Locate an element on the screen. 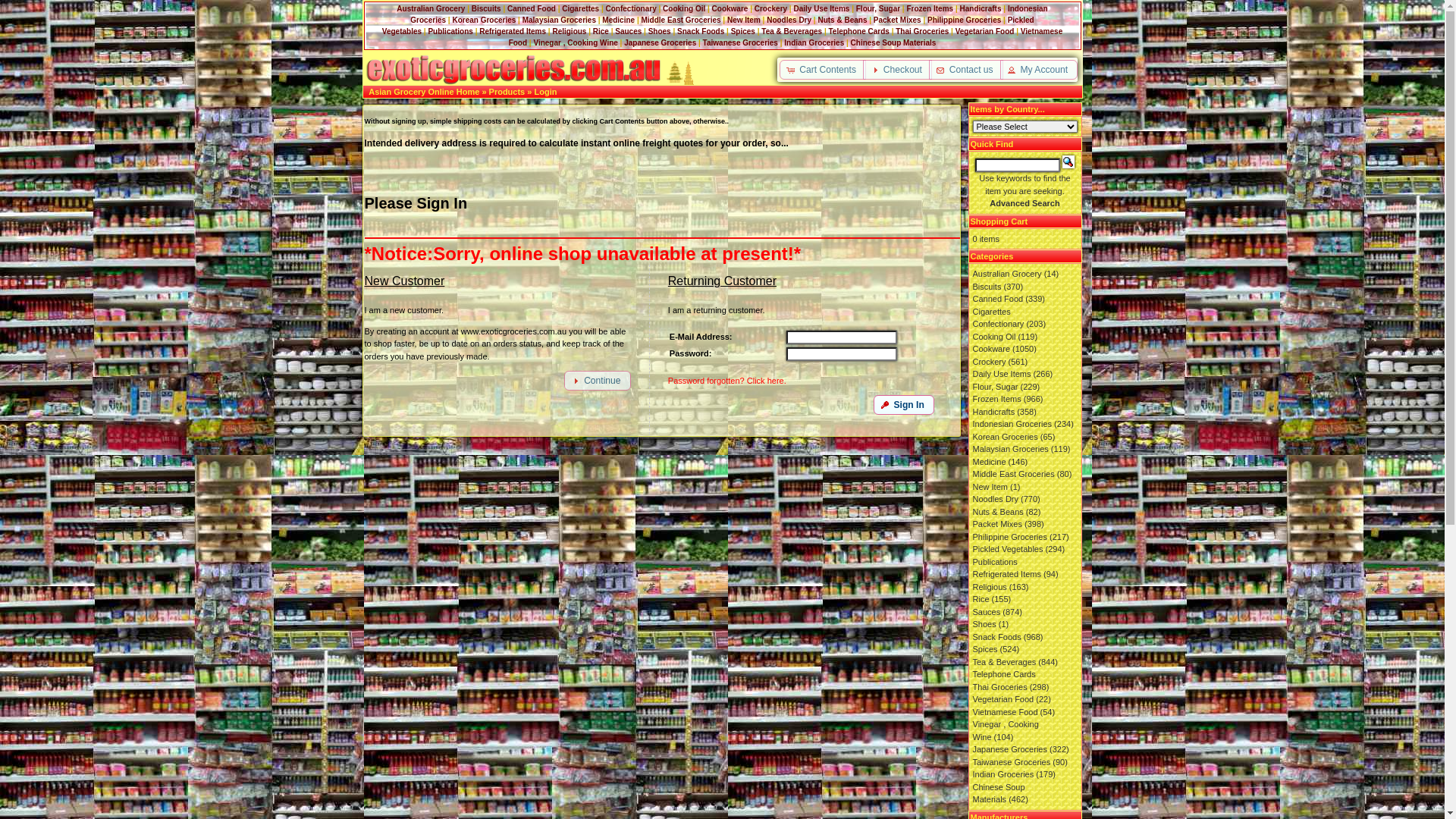  ' Quick Find ' is located at coordinates (1068, 162).